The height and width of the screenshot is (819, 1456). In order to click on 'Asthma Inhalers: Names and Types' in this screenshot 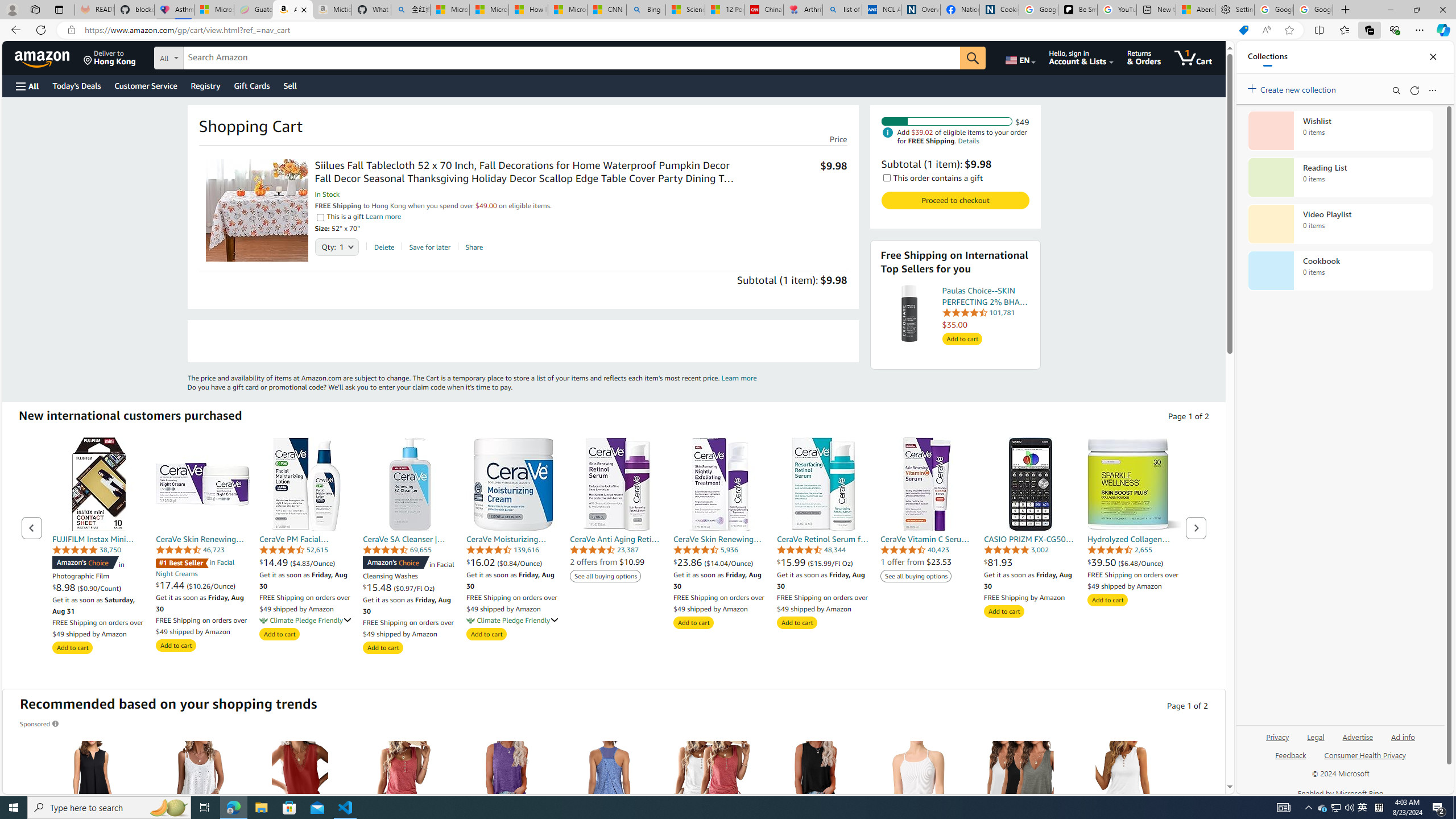, I will do `click(174, 9)`.